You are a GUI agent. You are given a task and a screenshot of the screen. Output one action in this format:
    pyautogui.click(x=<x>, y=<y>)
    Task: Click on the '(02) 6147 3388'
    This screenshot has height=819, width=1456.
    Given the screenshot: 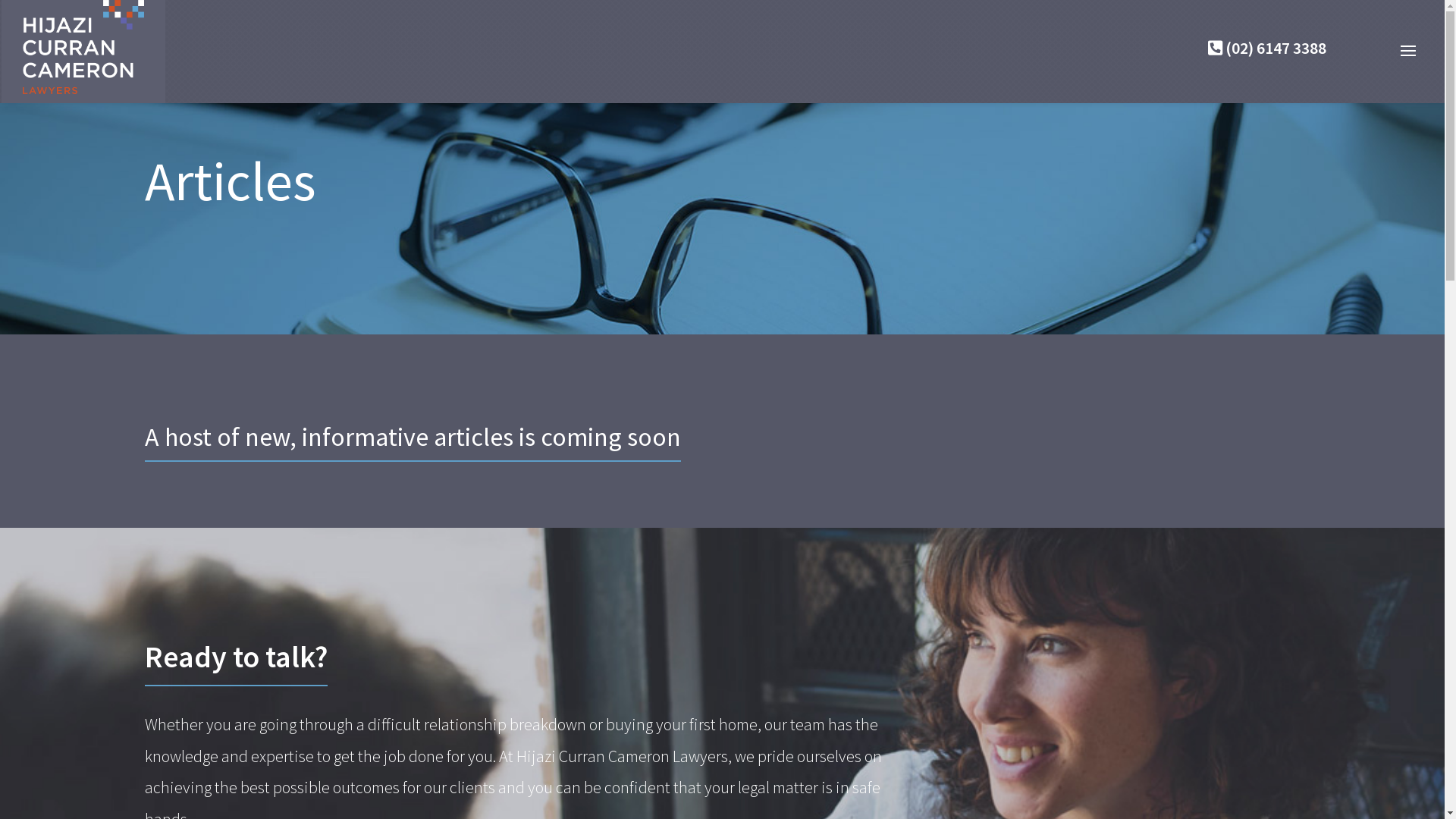 What is the action you would take?
    pyautogui.click(x=1266, y=46)
    